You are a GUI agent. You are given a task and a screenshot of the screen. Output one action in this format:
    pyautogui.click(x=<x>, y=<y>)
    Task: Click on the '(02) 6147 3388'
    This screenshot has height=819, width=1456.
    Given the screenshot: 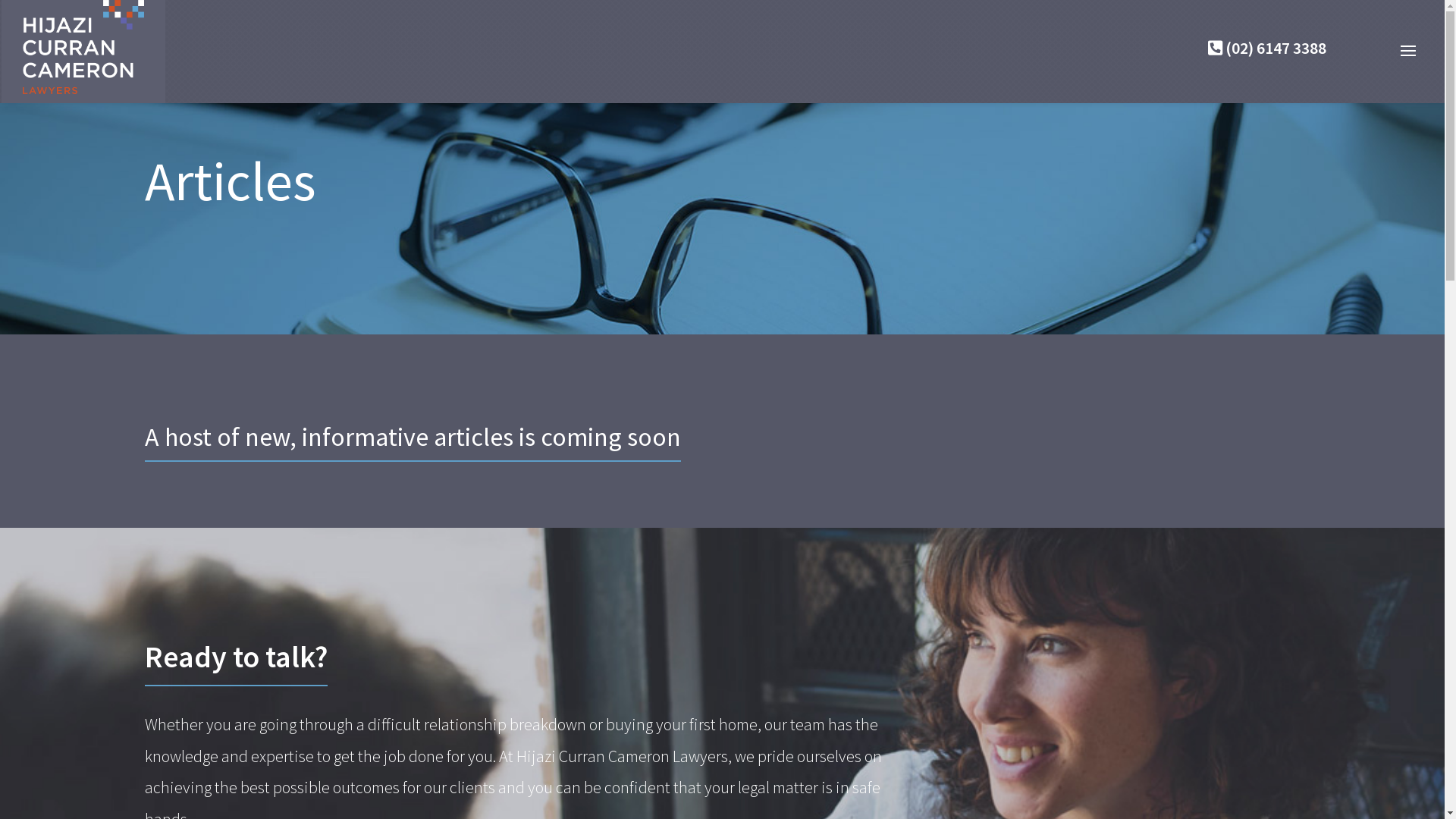 What is the action you would take?
    pyautogui.click(x=1266, y=46)
    